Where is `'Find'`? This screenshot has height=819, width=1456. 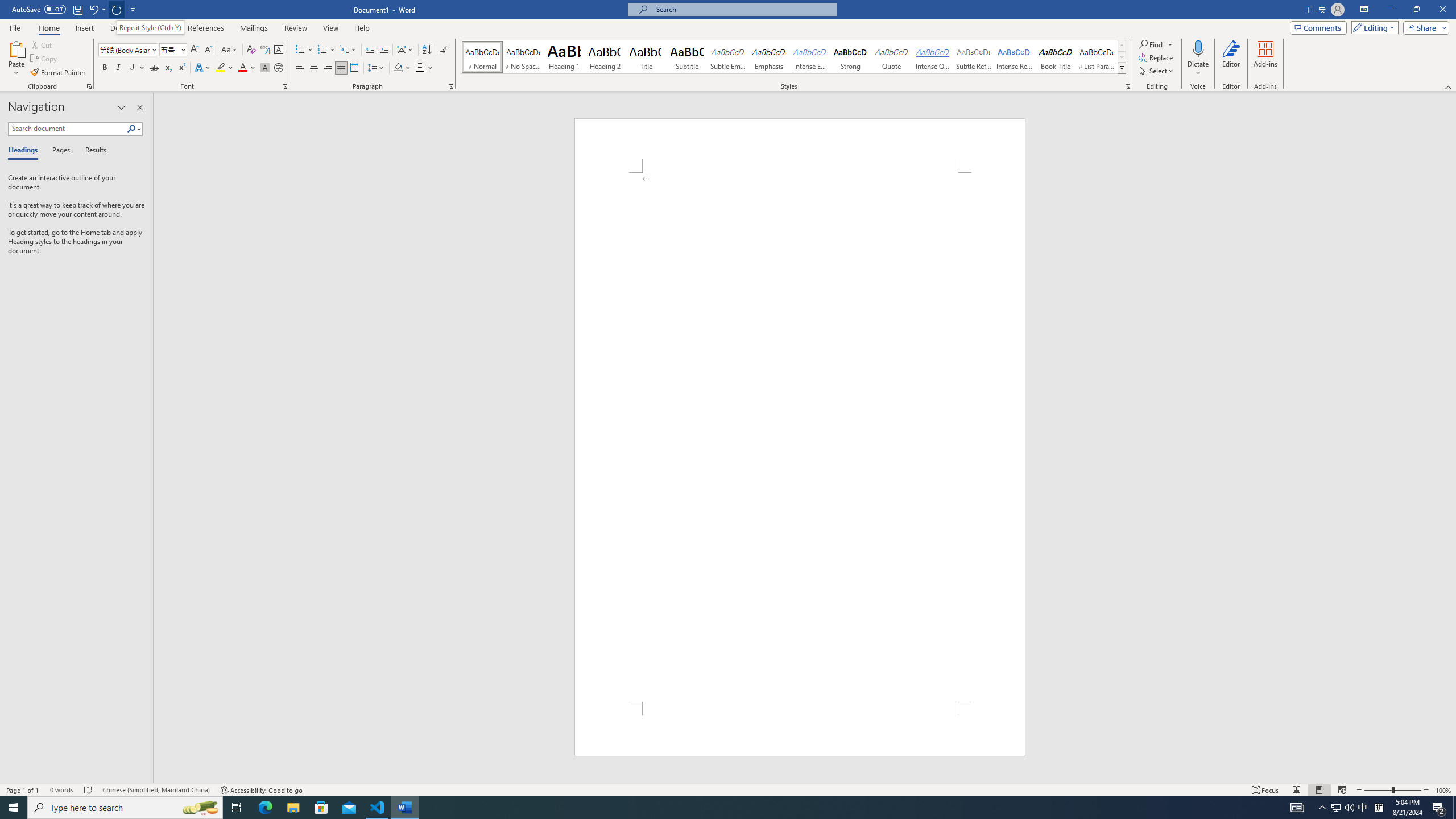
'Find' is located at coordinates (1151, 44).